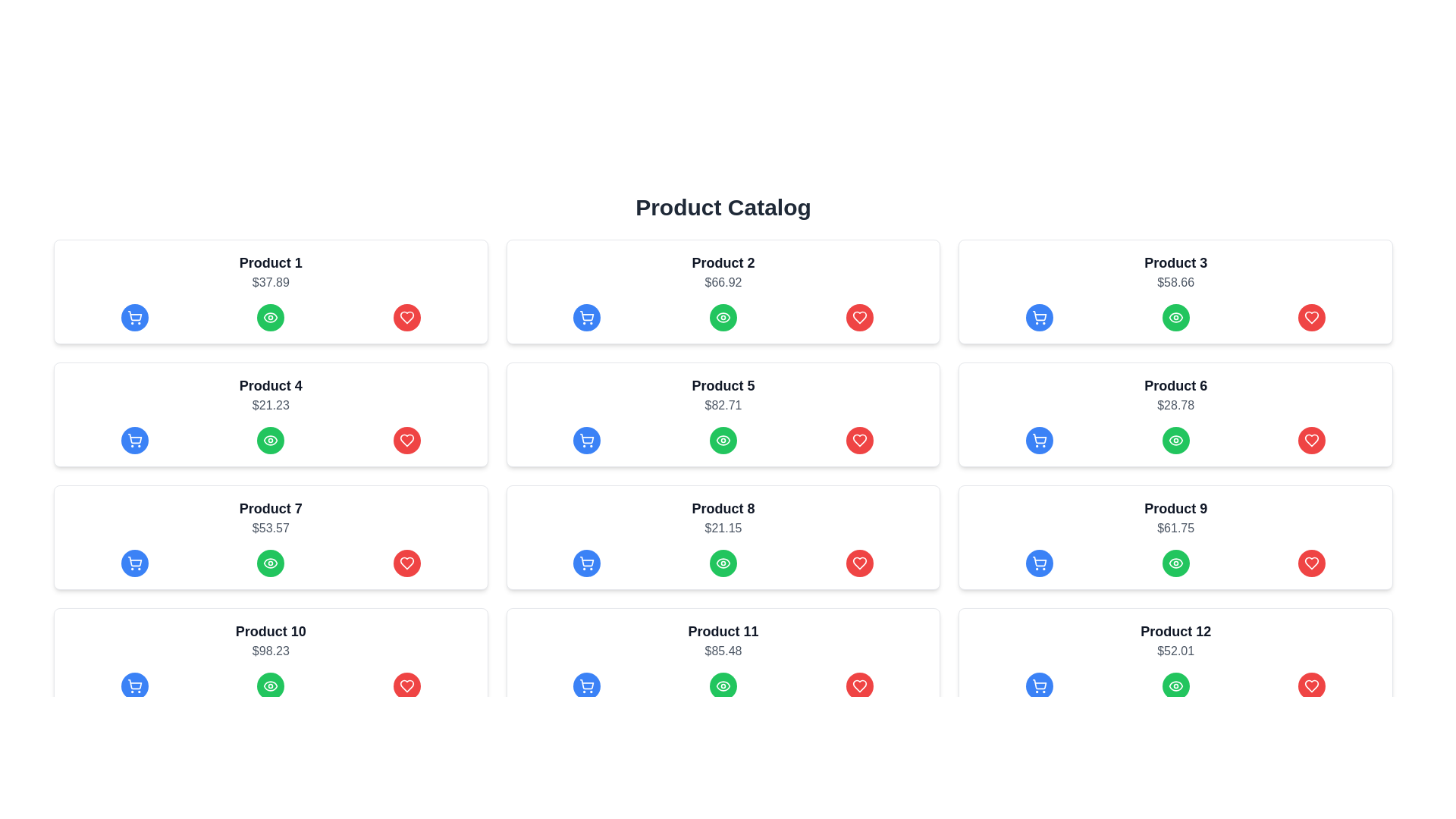 Image resolution: width=1456 pixels, height=819 pixels. I want to click on the 'view' icon associated with 'Product 6 ($28.78)' in the product catalog, which is the second icon in the second row, so click(1175, 317).